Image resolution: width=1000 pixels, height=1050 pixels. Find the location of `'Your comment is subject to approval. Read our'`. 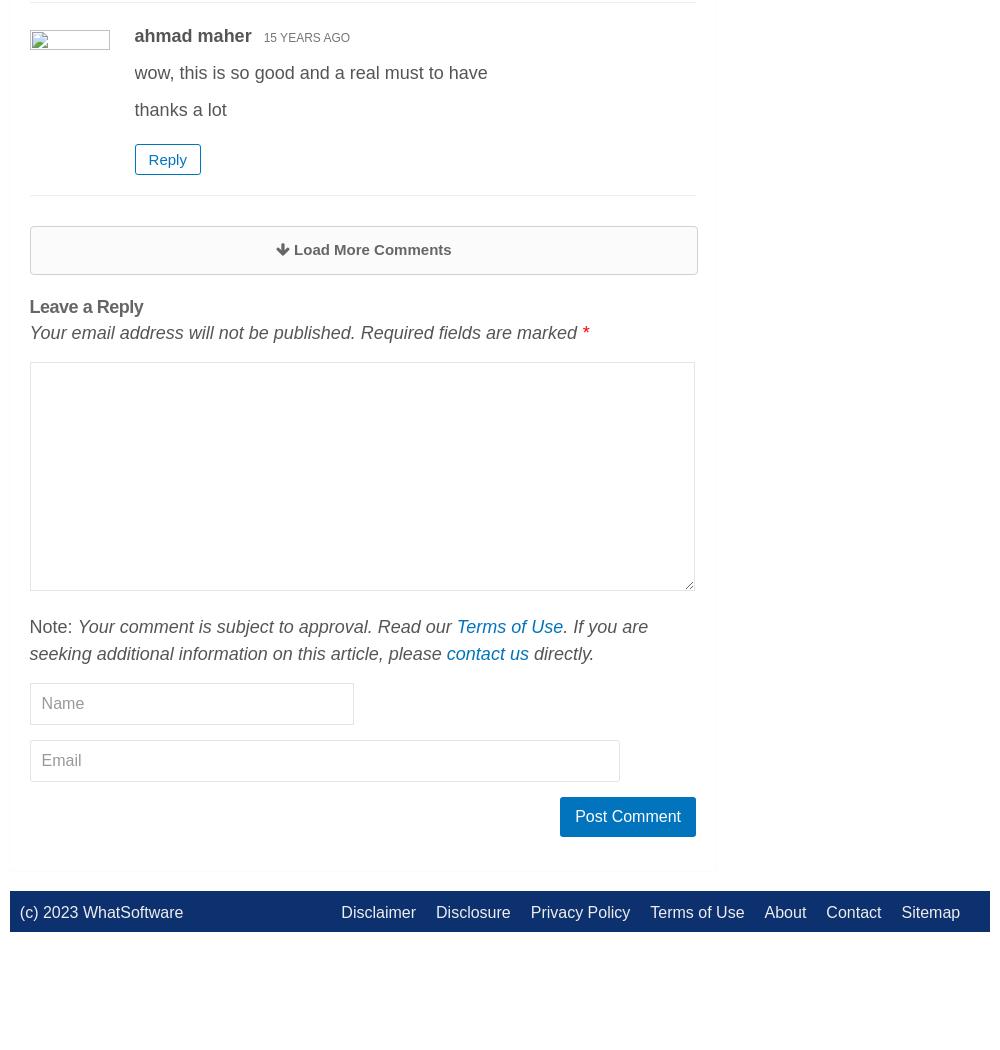

'Your comment is subject to approval. Read our' is located at coordinates (266, 626).